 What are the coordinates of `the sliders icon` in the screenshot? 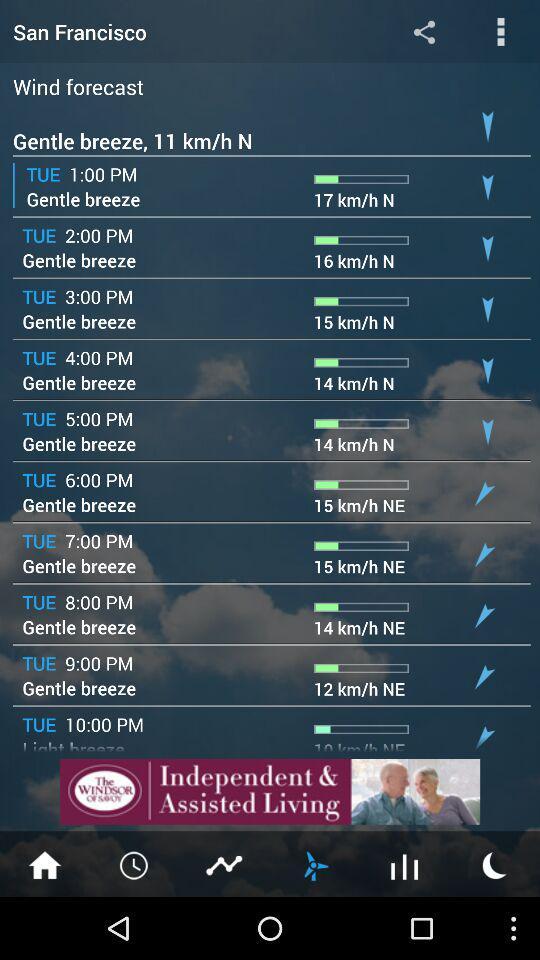 It's located at (405, 925).